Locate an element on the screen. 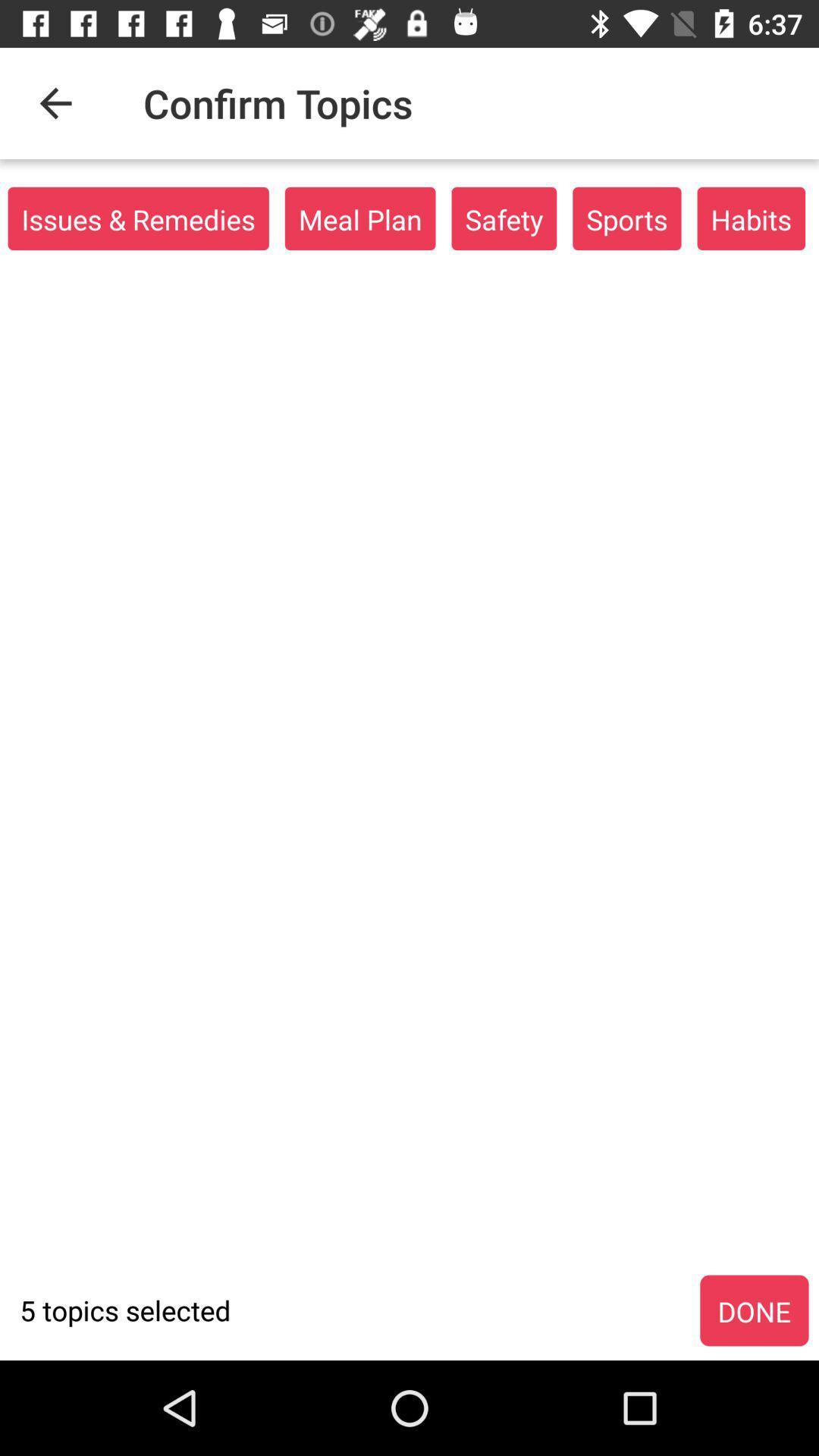  the icon at the bottom right corner is located at coordinates (754, 1310).